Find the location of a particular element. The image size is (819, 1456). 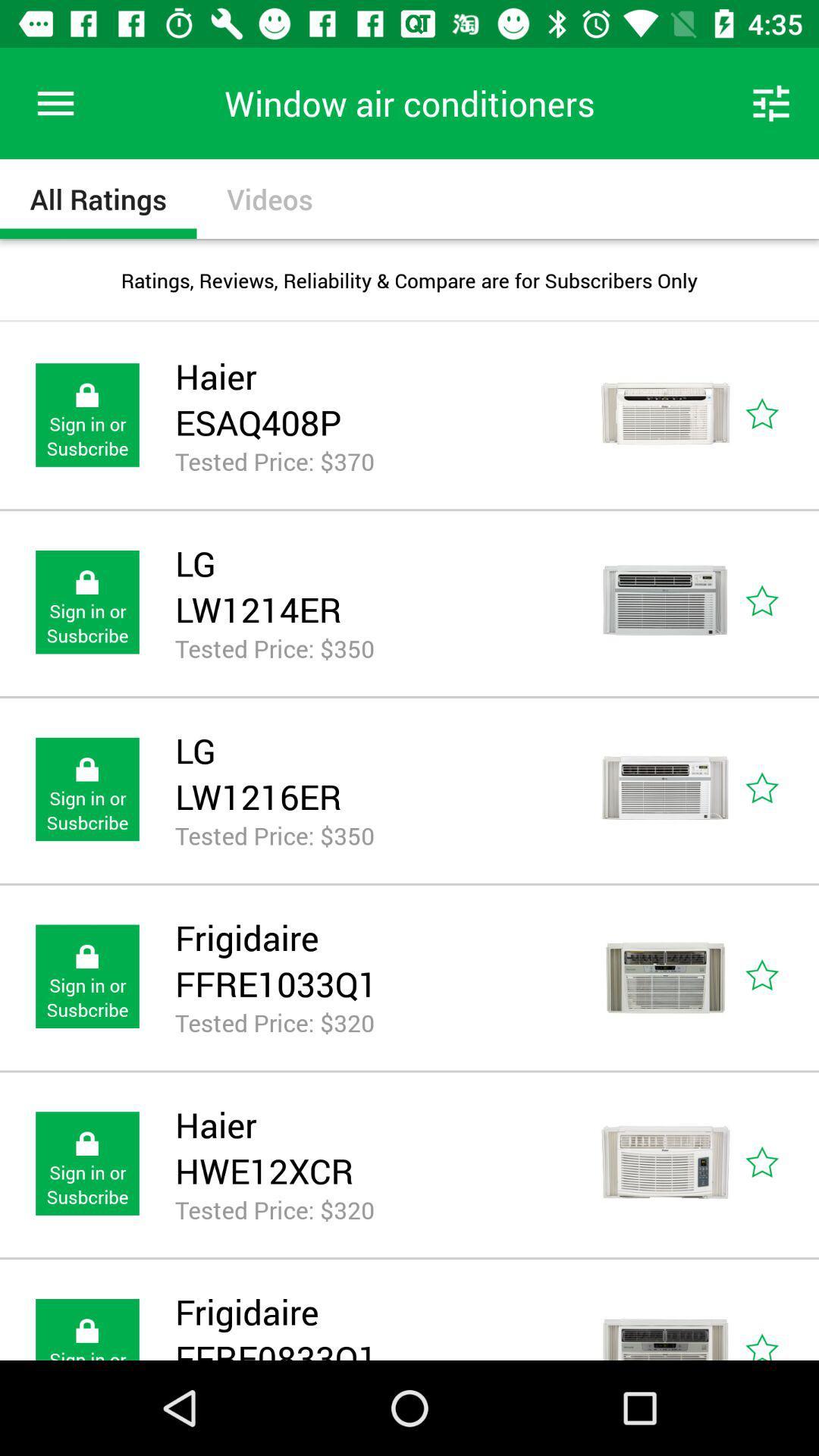

review is located at coordinates (779, 789).